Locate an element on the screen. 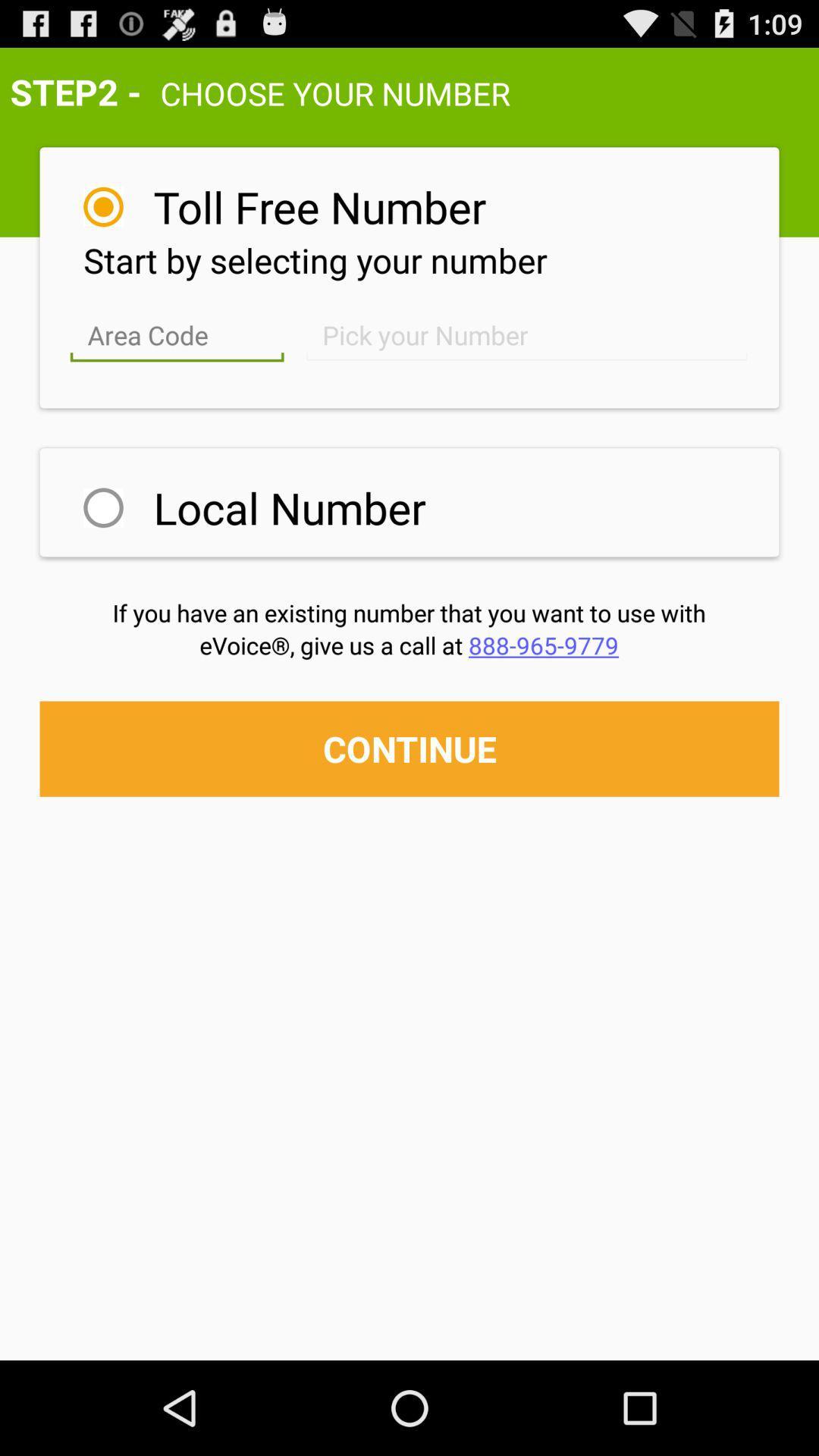 The height and width of the screenshot is (1456, 819). icon to the left of the local number is located at coordinates (102, 507).